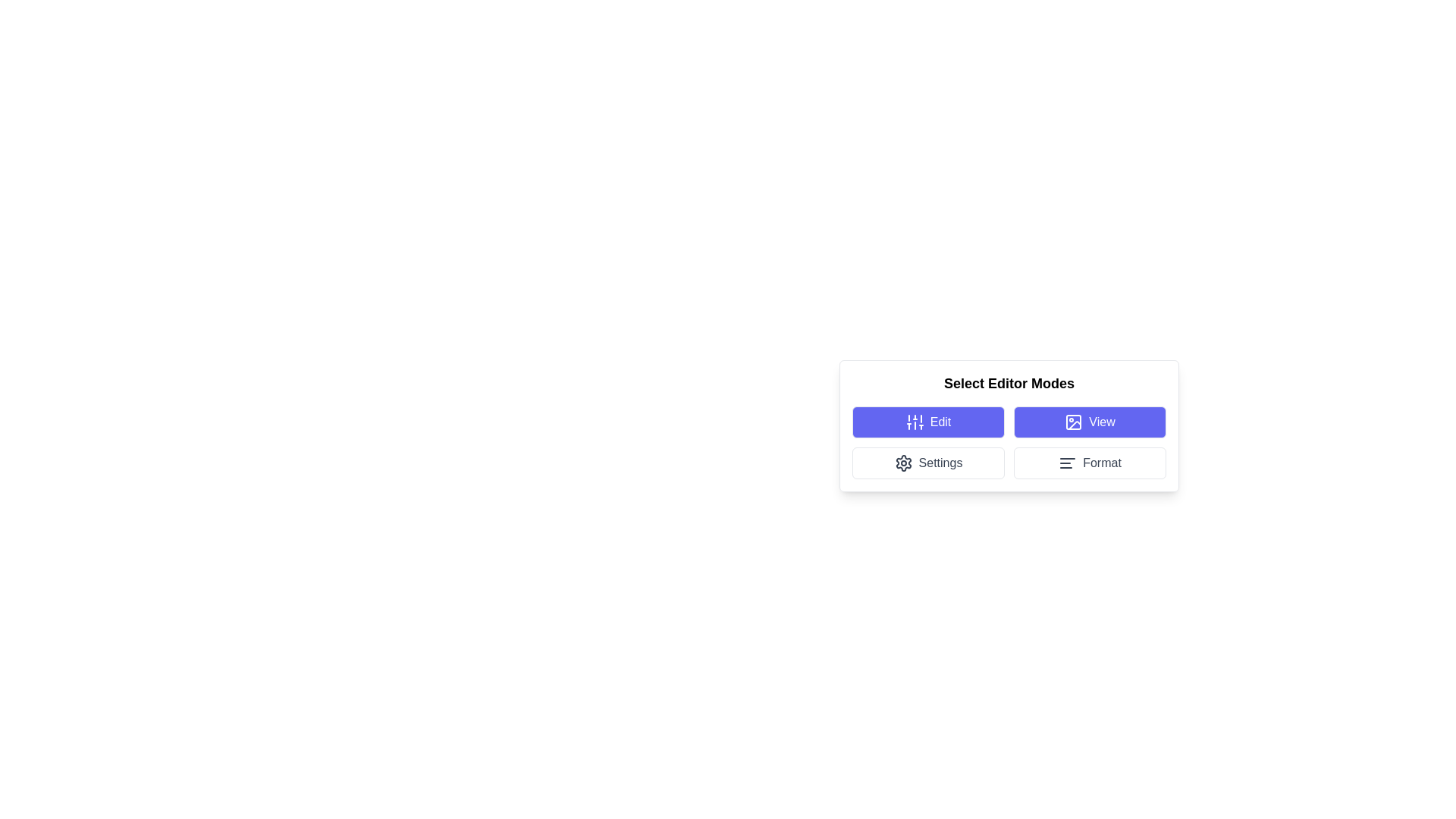 This screenshot has width=1456, height=819. I want to click on the icon depicting an image representation inside the 'View' button, which has a blue background and rounded corners, so click(1073, 422).